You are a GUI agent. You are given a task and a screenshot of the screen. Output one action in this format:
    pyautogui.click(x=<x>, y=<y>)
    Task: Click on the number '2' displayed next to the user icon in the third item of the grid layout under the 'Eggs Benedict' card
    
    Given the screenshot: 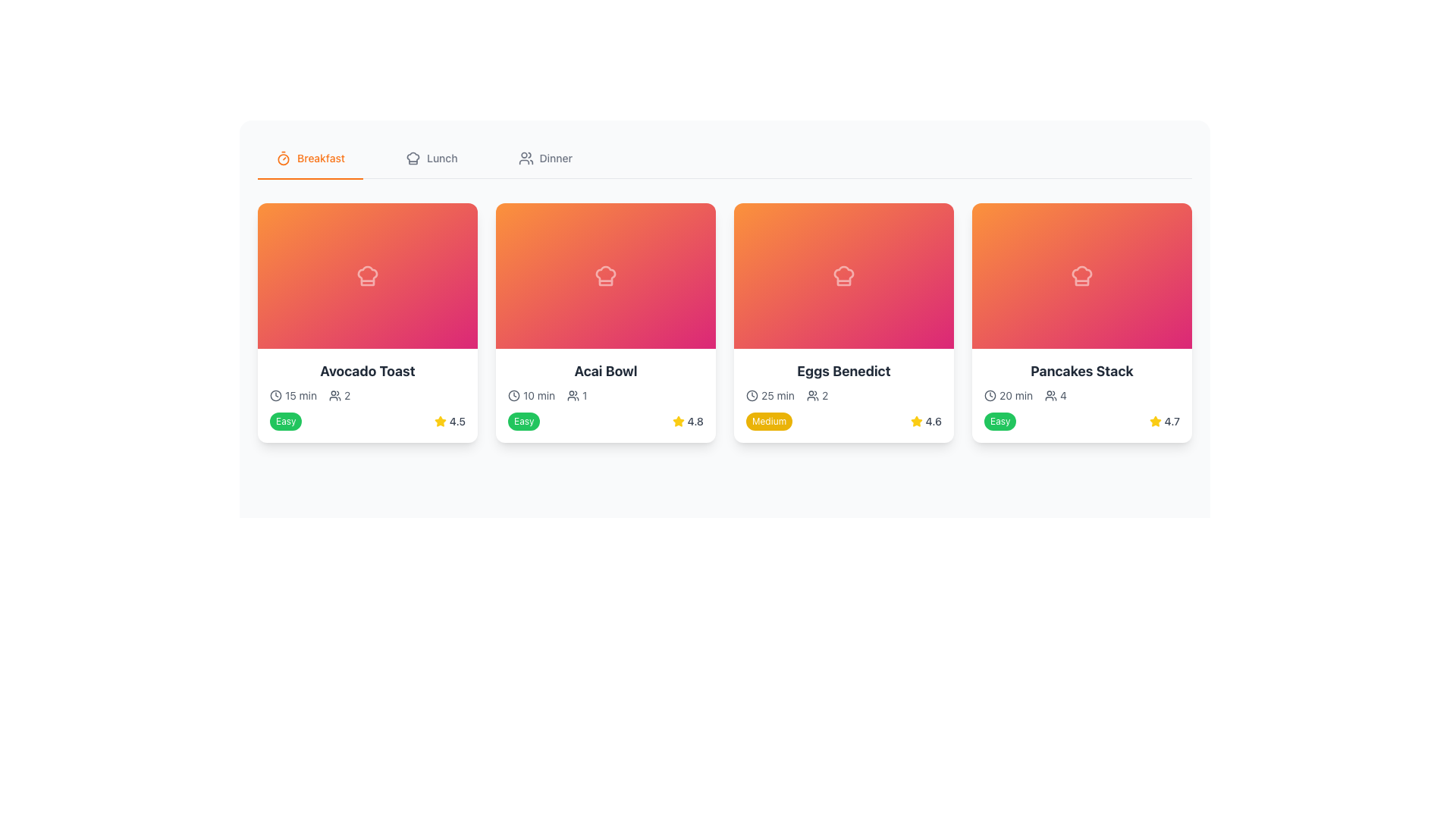 What is the action you would take?
    pyautogui.click(x=817, y=394)
    